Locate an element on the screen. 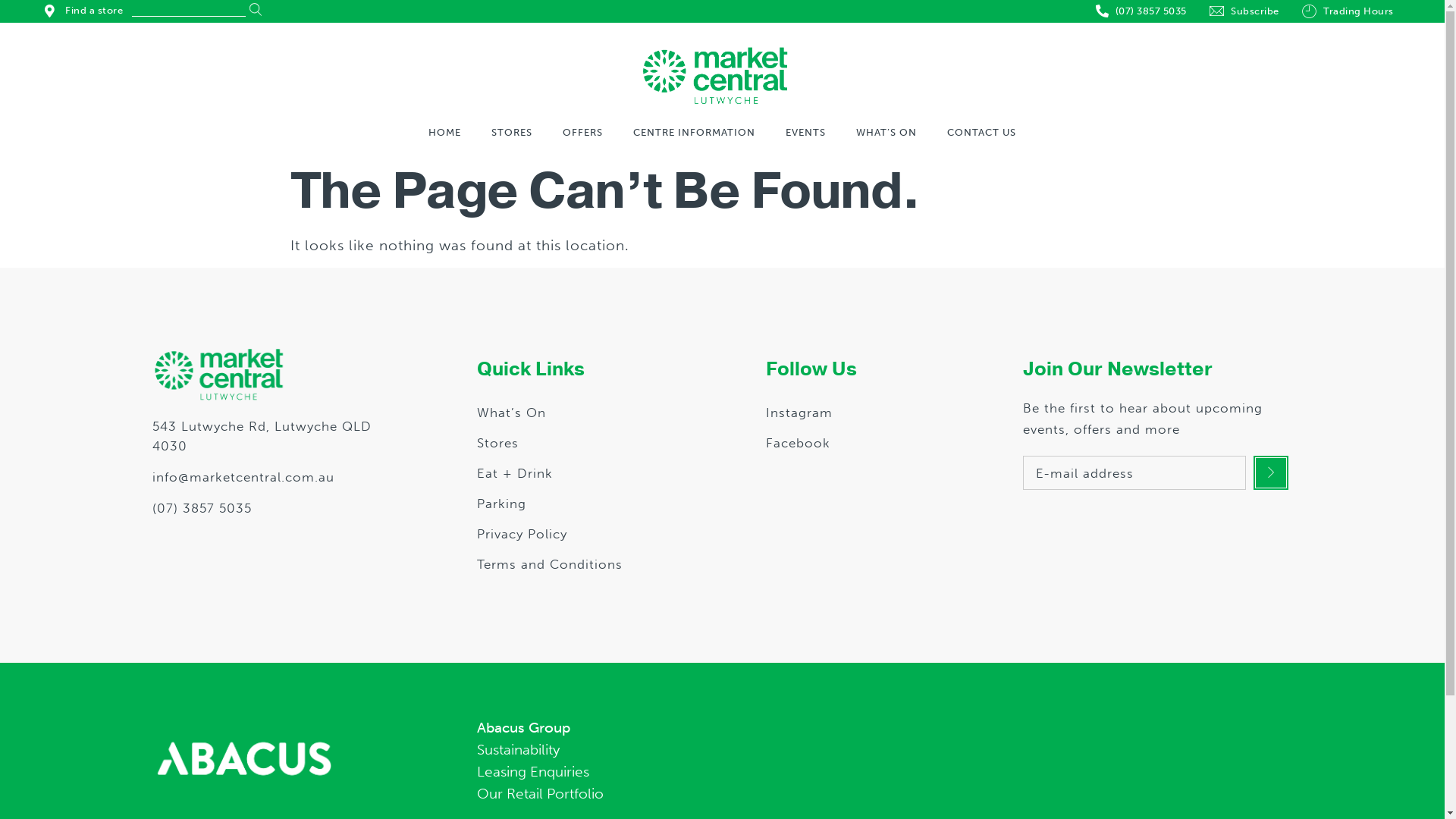 This screenshot has height=819, width=1456. 'OFFERS' is located at coordinates (562, 131).